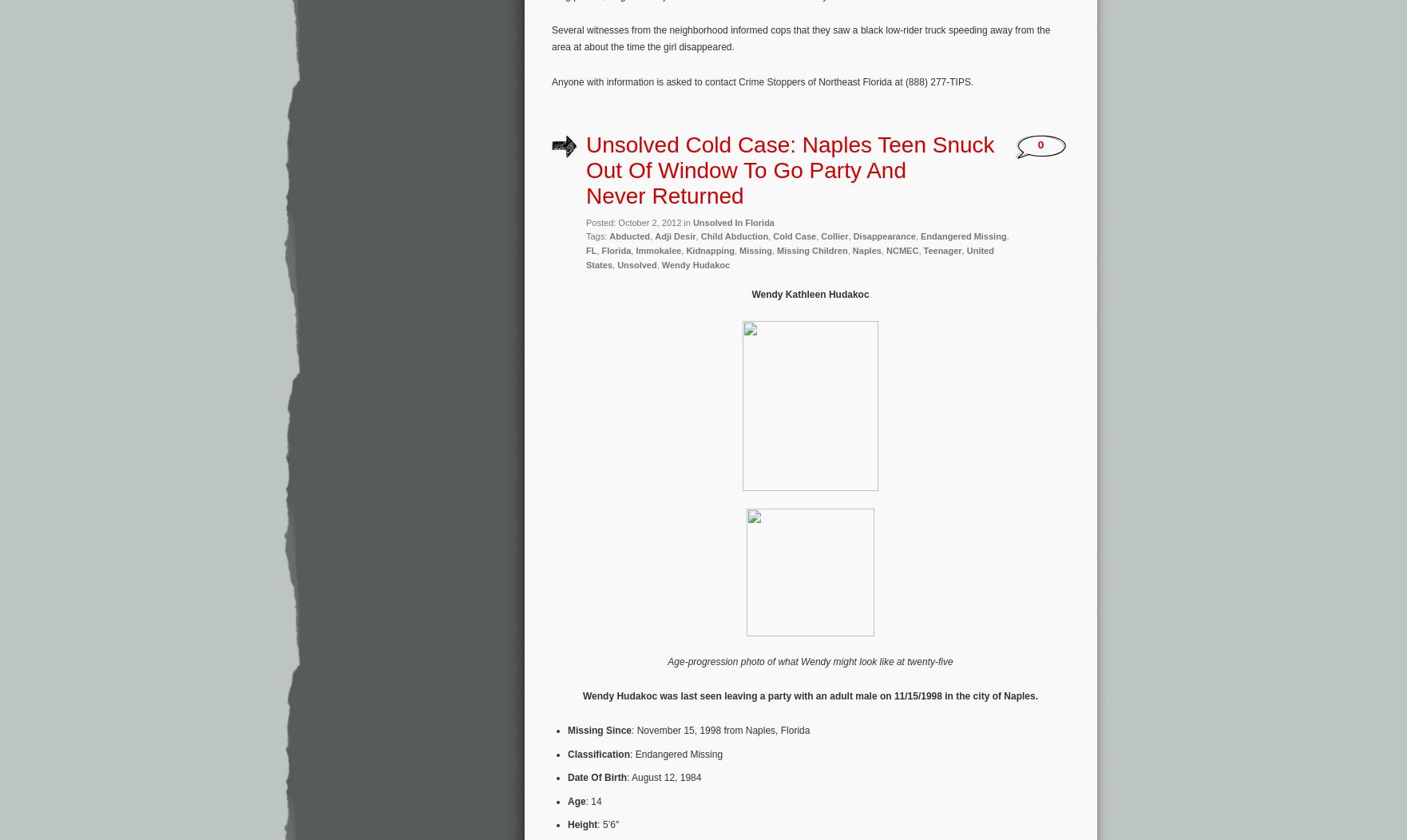  I want to click on 'Unsolved Cold Case: Naples Teen Snuck Out Of Window To Go Party And Never Returned', so click(790, 169).